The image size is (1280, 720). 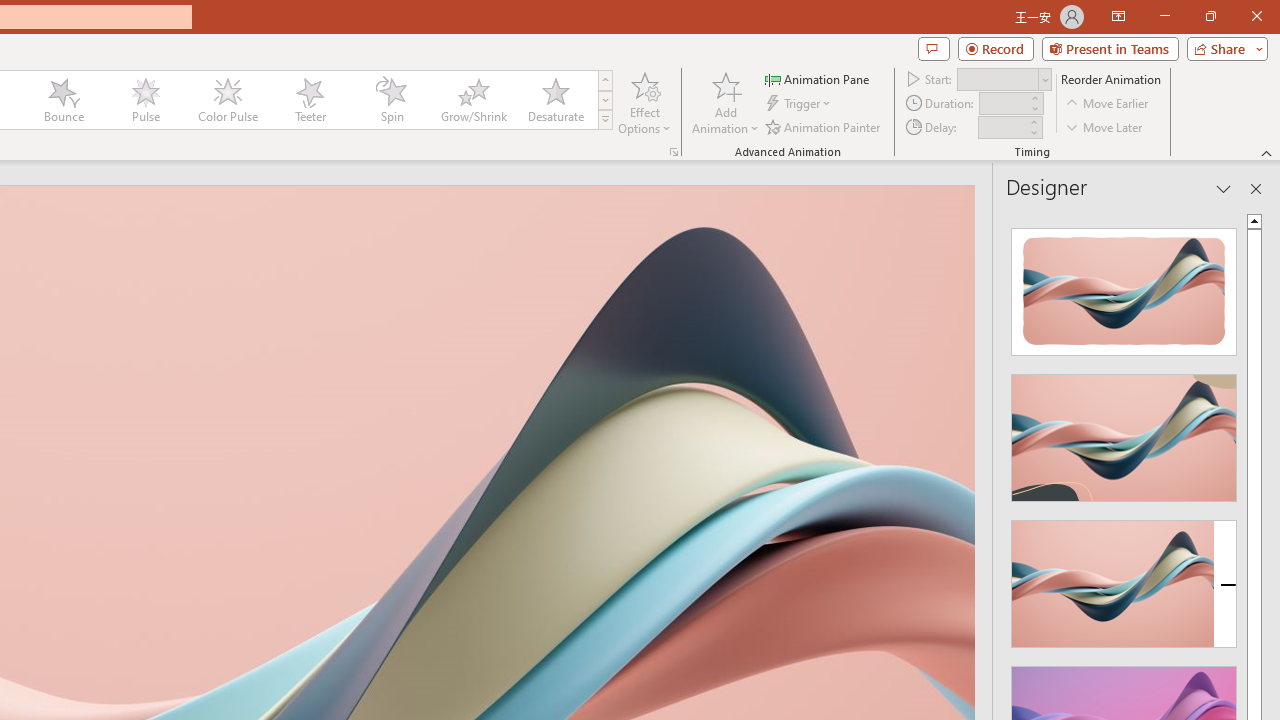 I want to click on 'Animation Pane', so click(x=818, y=78).